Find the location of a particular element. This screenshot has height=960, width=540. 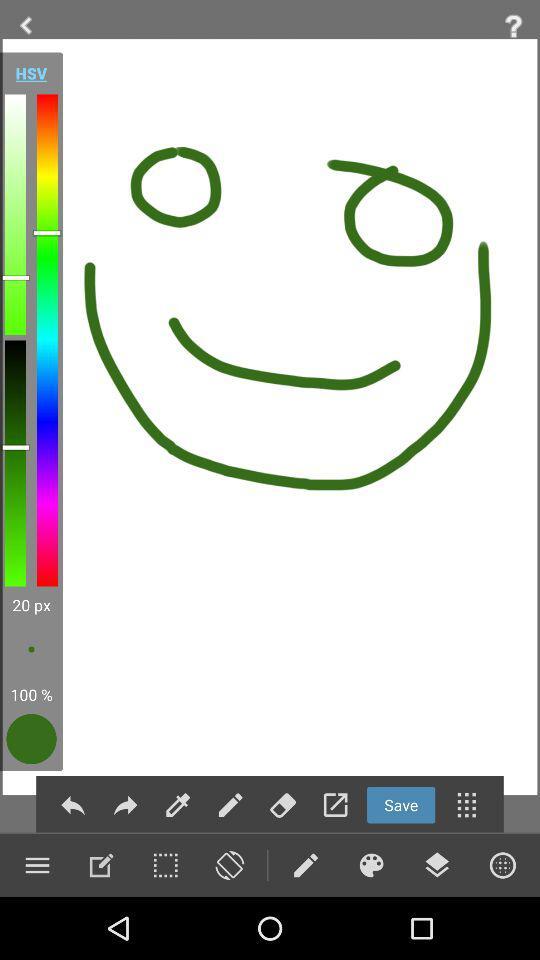

apps is located at coordinates (466, 805).